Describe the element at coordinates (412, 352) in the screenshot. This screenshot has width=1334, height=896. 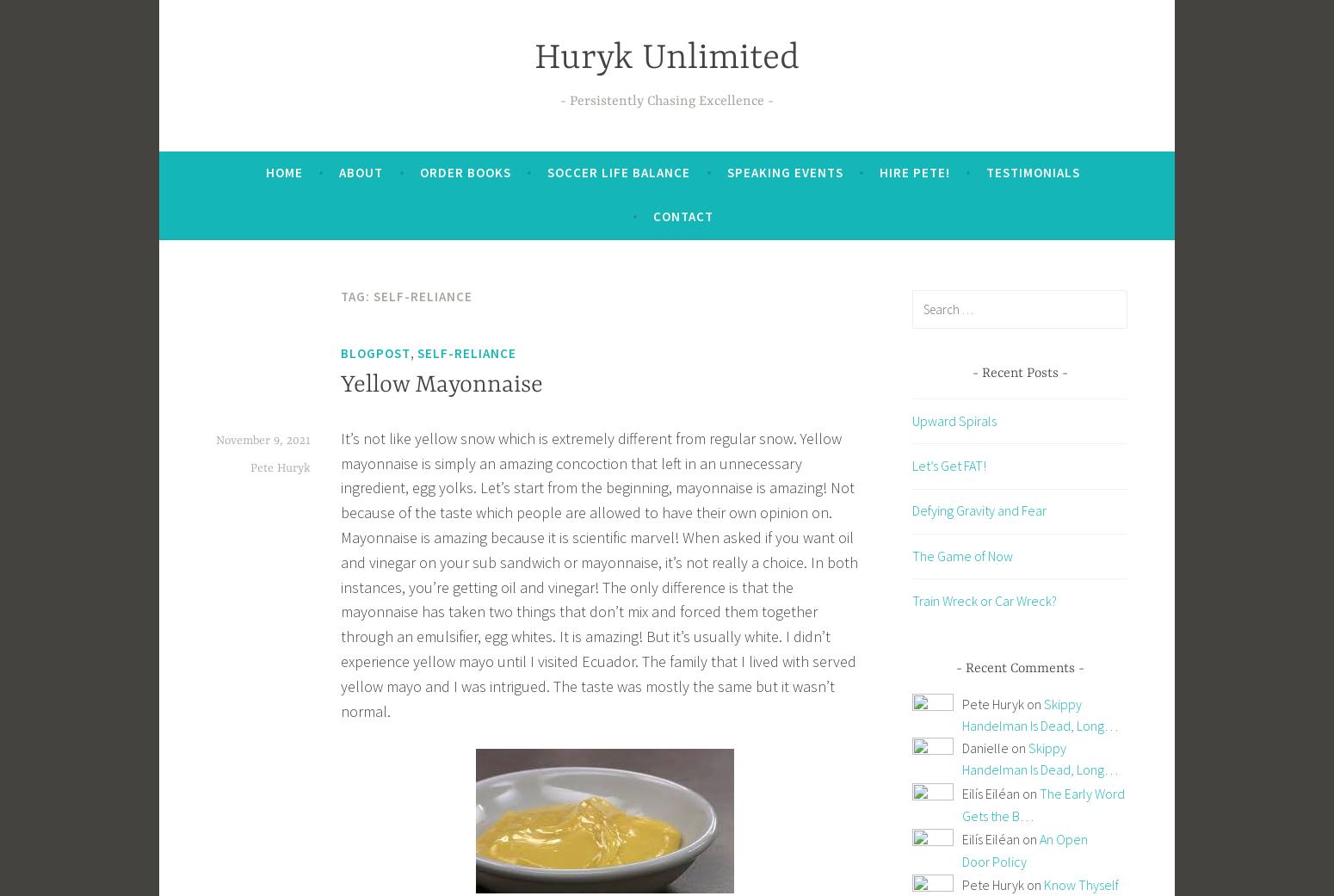
I see `','` at that location.